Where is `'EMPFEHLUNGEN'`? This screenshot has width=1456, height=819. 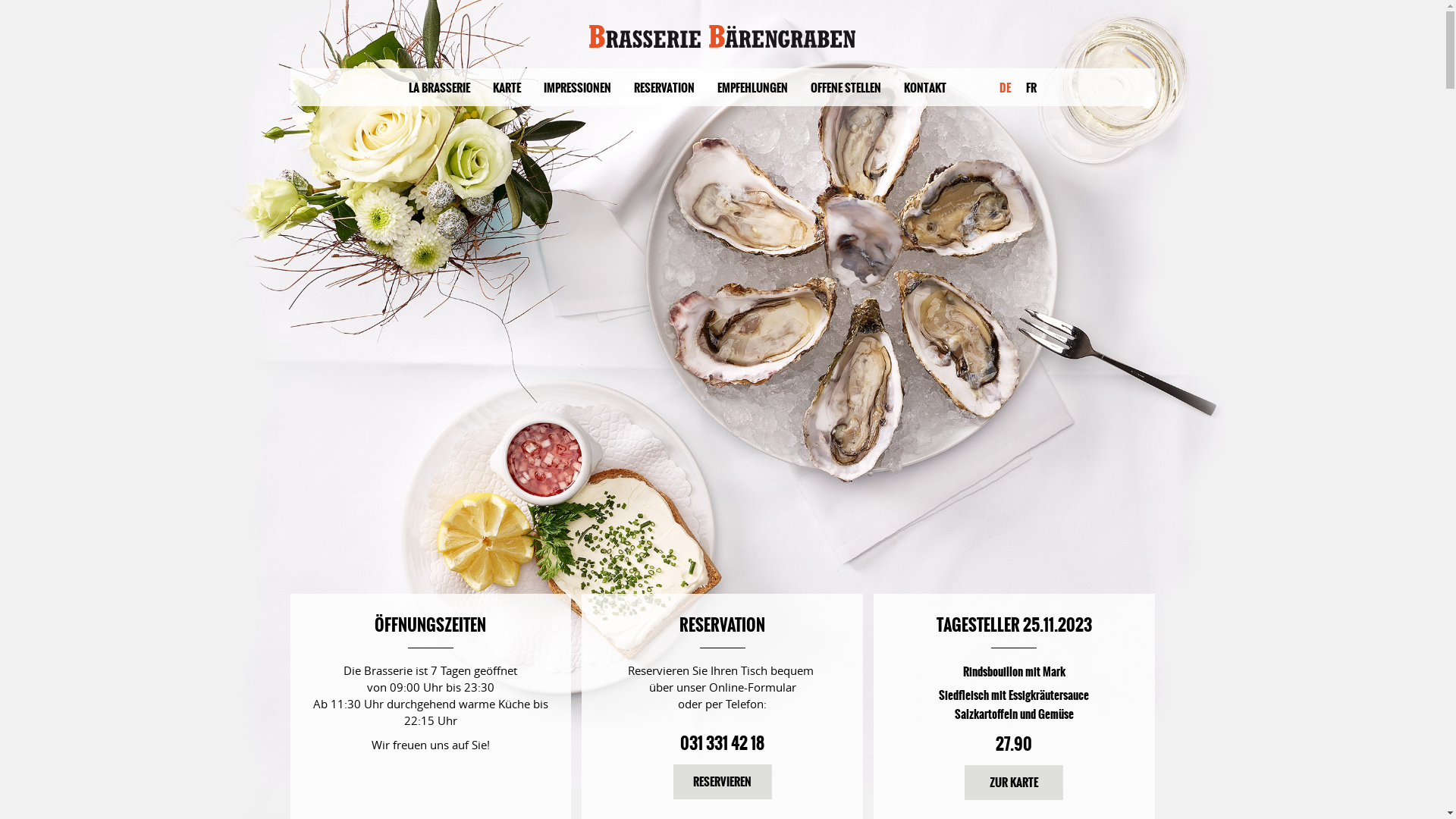 'EMPFEHLUNGEN' is located at coordinates (752, 87).